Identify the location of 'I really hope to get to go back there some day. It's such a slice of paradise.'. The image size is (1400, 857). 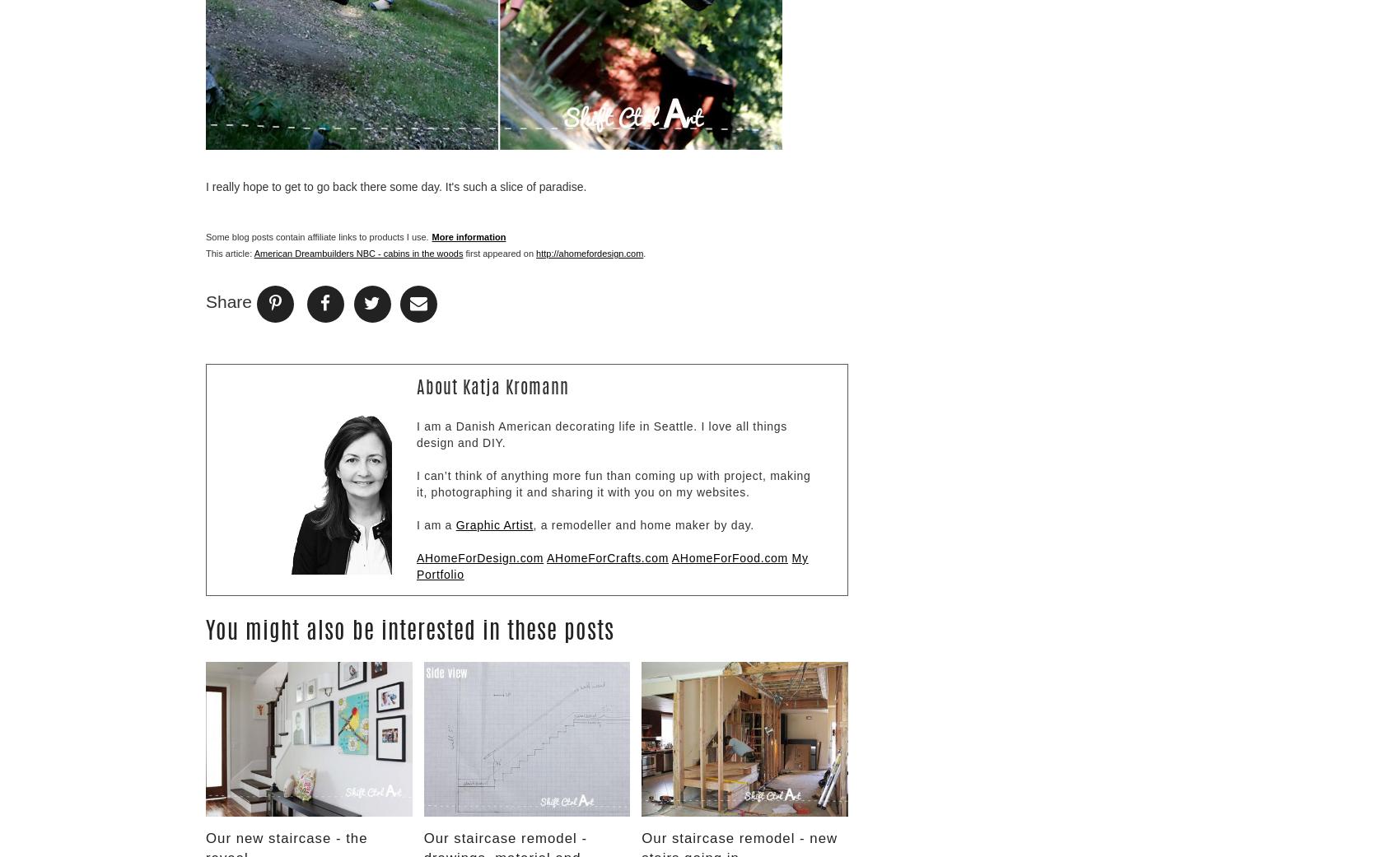
(206, 185).